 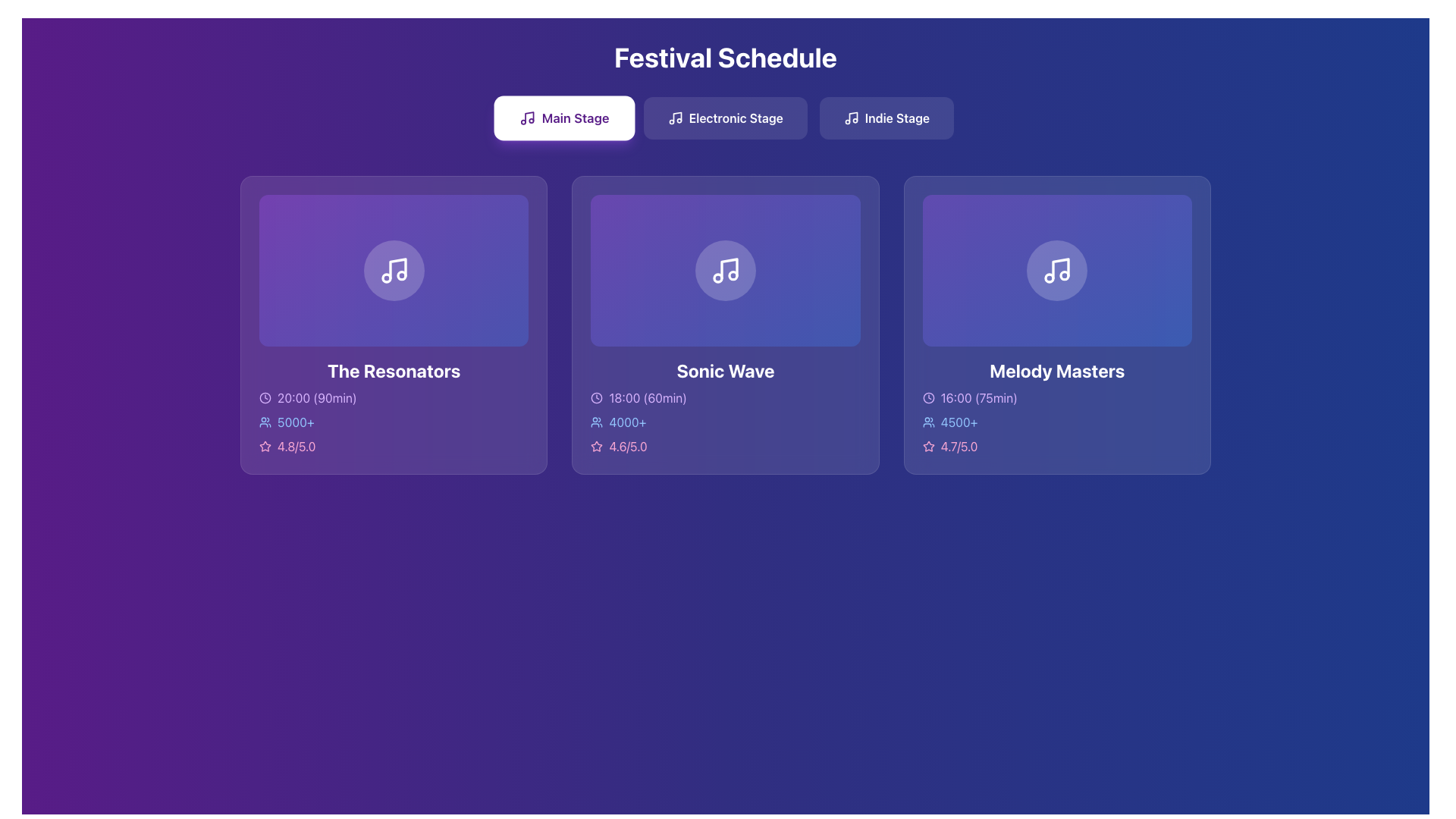 I want to click on the clock icon element in the details section of the 'Melody Masters' card, which indicates time-related information, so click(x=927, y=397).